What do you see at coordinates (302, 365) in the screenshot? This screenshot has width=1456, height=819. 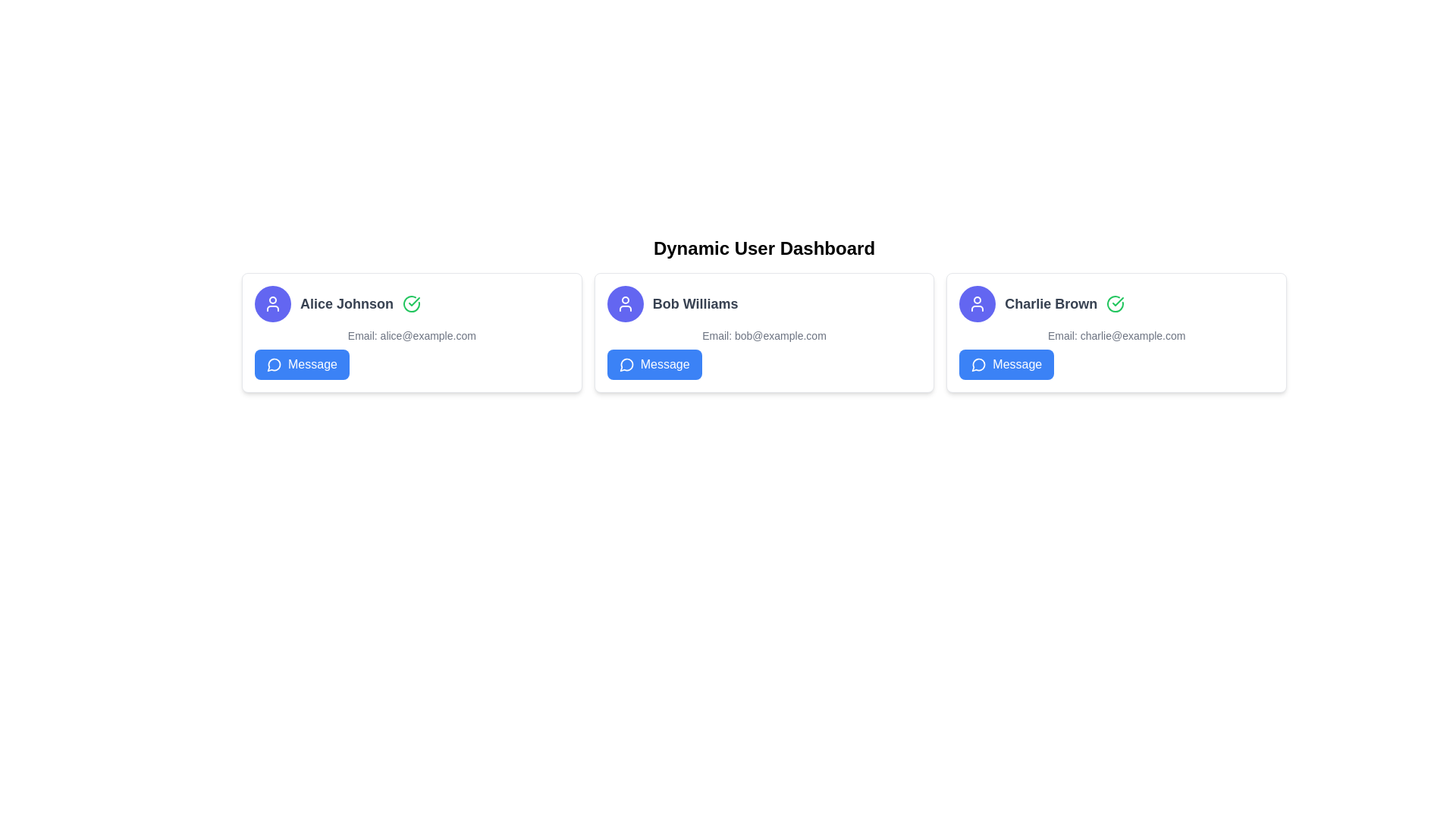 I see `the 'Message' button with a blue rectangular background and a speech bubble icon, located at the bottom of Alice Johnson's user card` at bounding box center [302, 365].